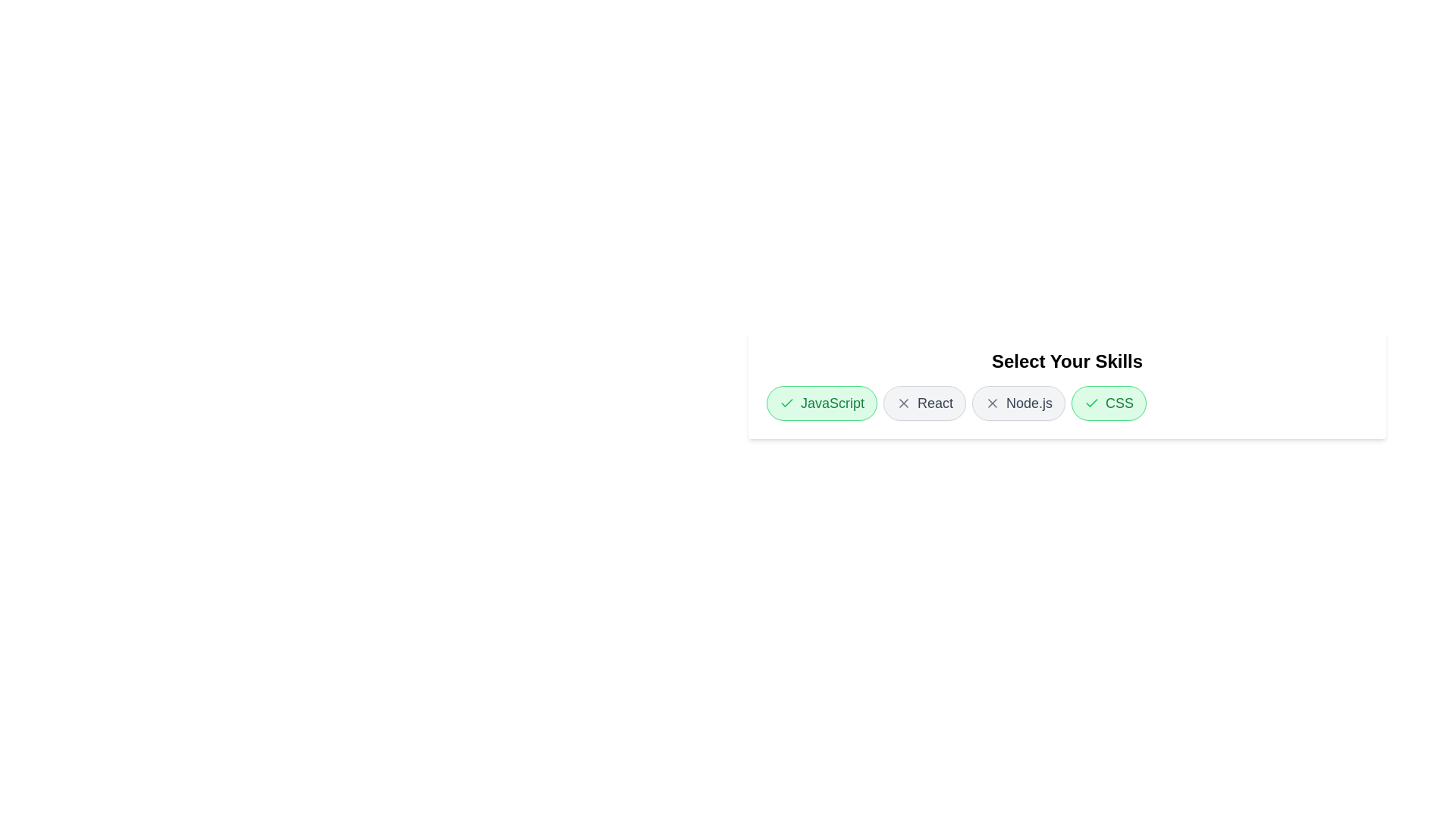 The height and width of the screenshot is (819, 1456). What do you see at coordinates (1018, 403) in the screenshot?
I see `the skill chip labeled Node.js` at bounding box center [1018, 403].